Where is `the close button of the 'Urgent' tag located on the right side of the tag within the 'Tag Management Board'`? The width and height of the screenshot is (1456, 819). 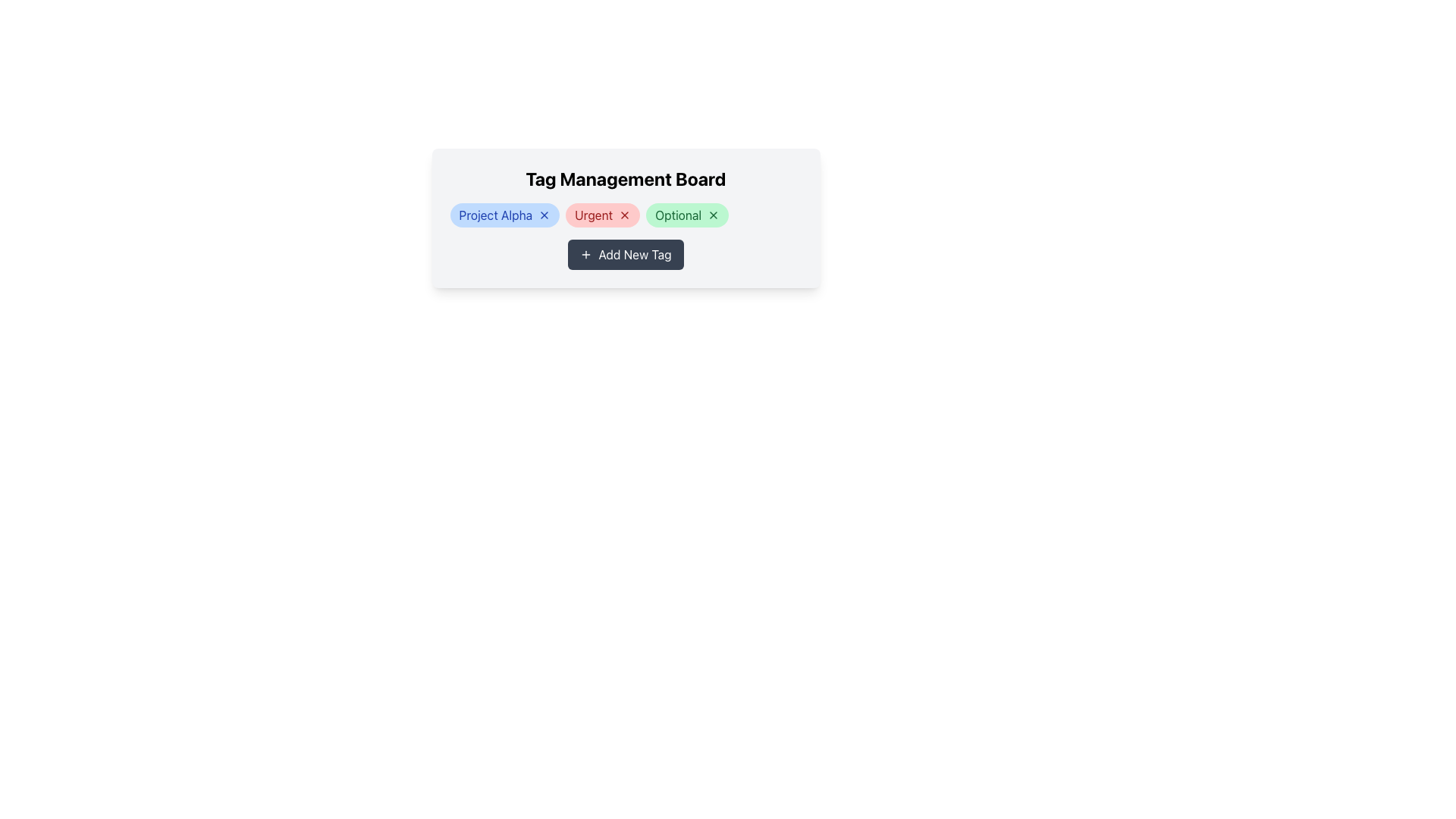 the close button of the 'Urgent' tag located on the right side of the tag within the 'Tag Management Board' is located at coordinates (625, 215).